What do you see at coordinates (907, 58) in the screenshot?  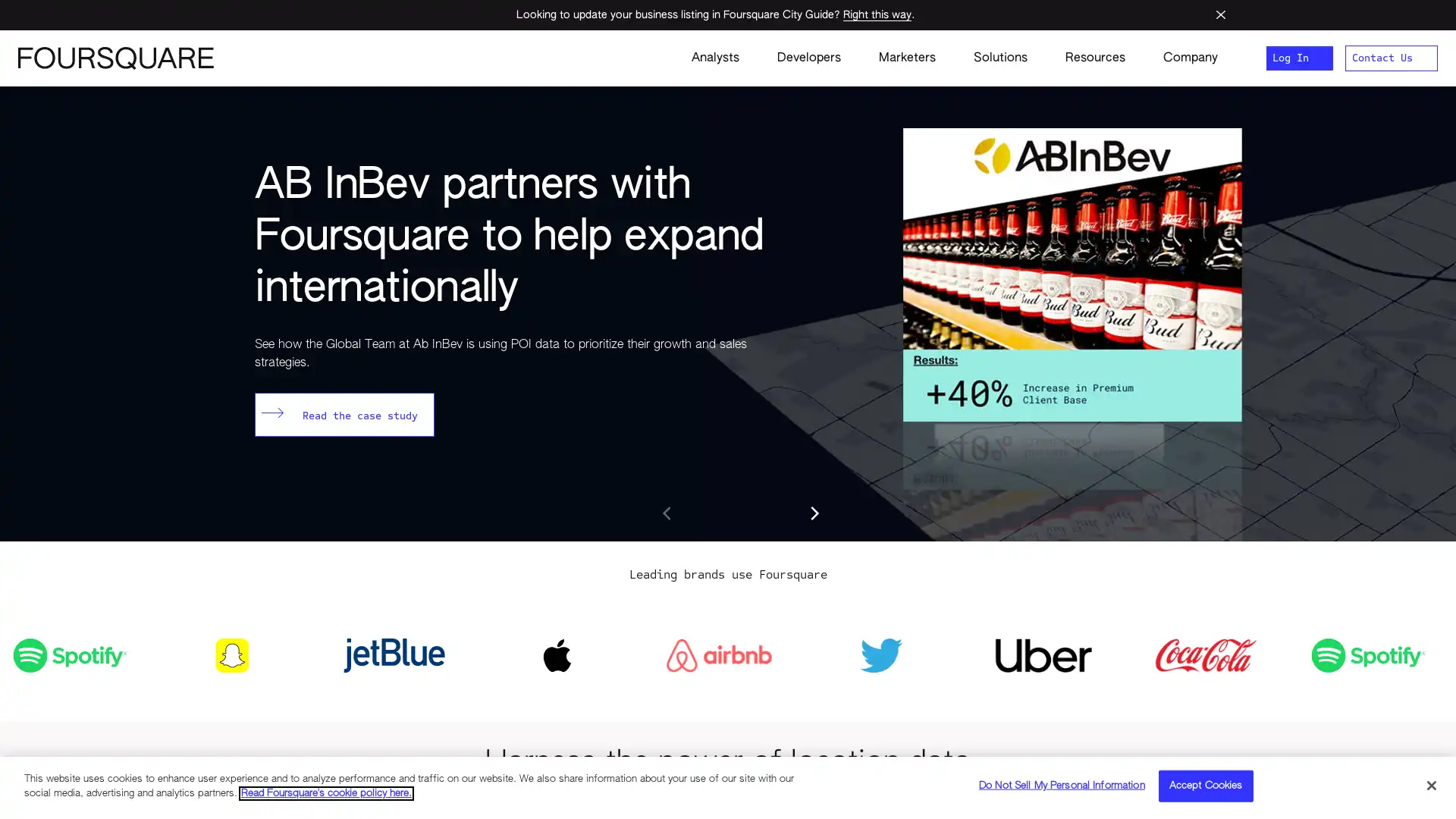 I see `Marketers` at bounding box center [907, 58].